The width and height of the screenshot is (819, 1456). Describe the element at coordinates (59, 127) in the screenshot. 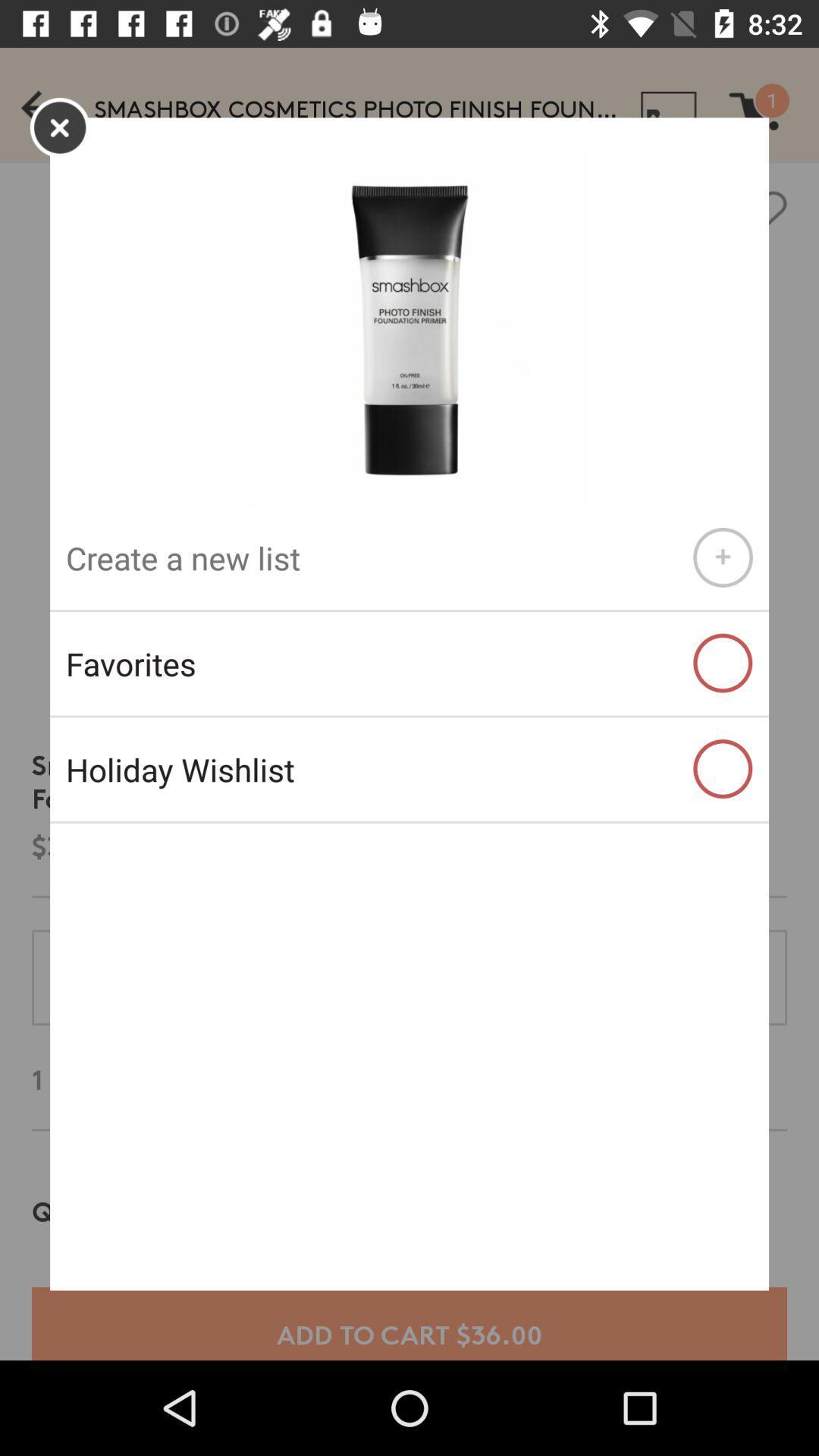

I see `the cross symbol` at that location.